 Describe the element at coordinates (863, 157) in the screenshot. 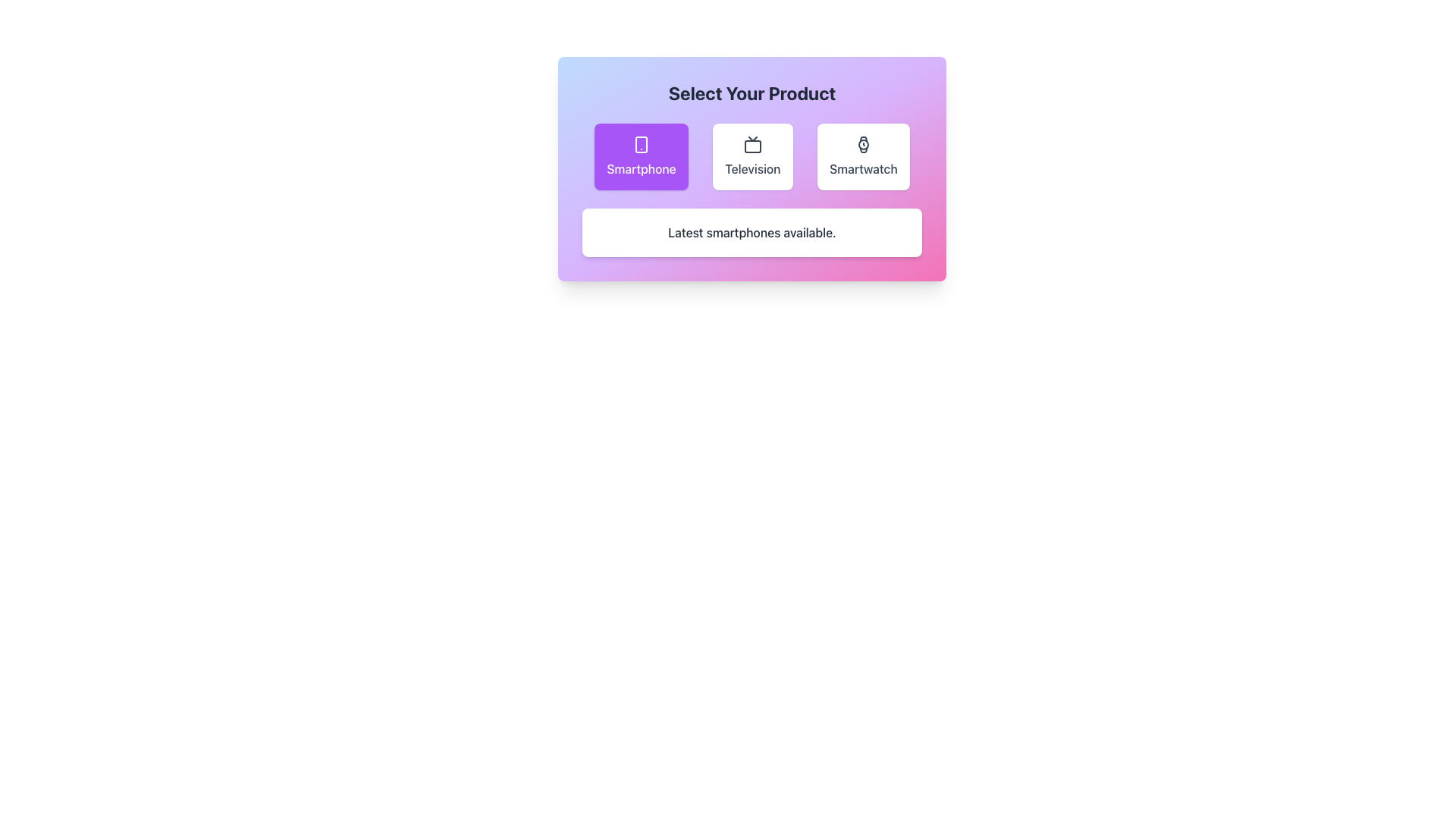

I see `the 'Smartwatch' selection button, which is the third card from the left in a horizontal list within a dialog box` at that location.